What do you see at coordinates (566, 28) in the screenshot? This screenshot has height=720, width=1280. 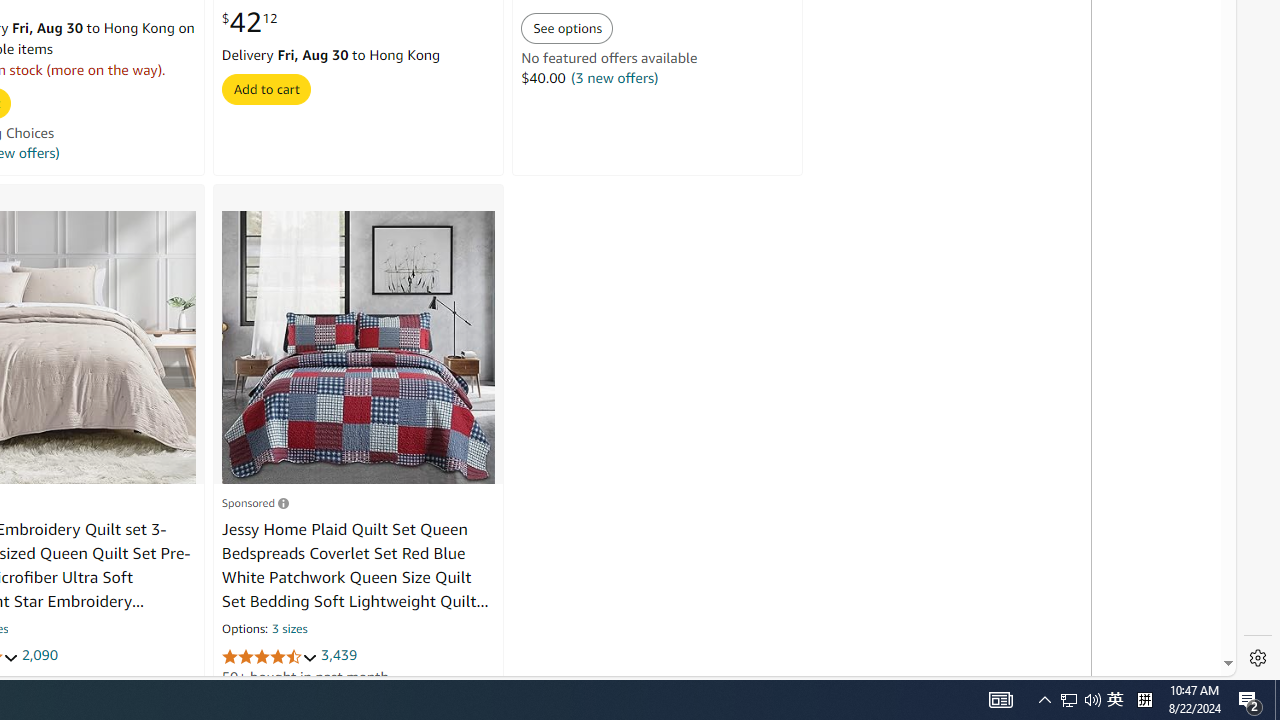 I see `'See options'` at bounding box center [566, 28].